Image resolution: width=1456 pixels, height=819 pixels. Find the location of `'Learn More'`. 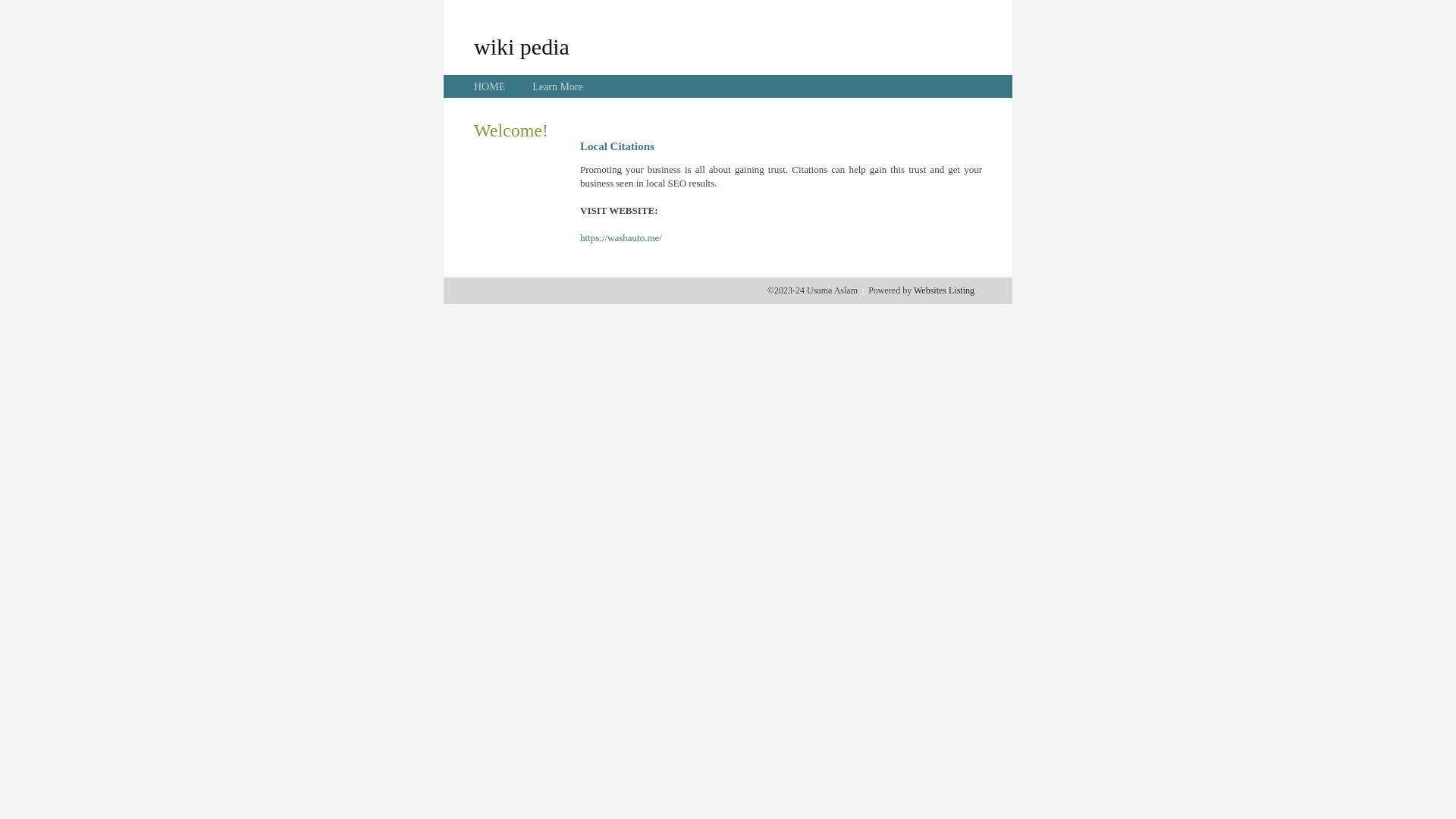

'Learn More' is located at coordinates (556, 86).